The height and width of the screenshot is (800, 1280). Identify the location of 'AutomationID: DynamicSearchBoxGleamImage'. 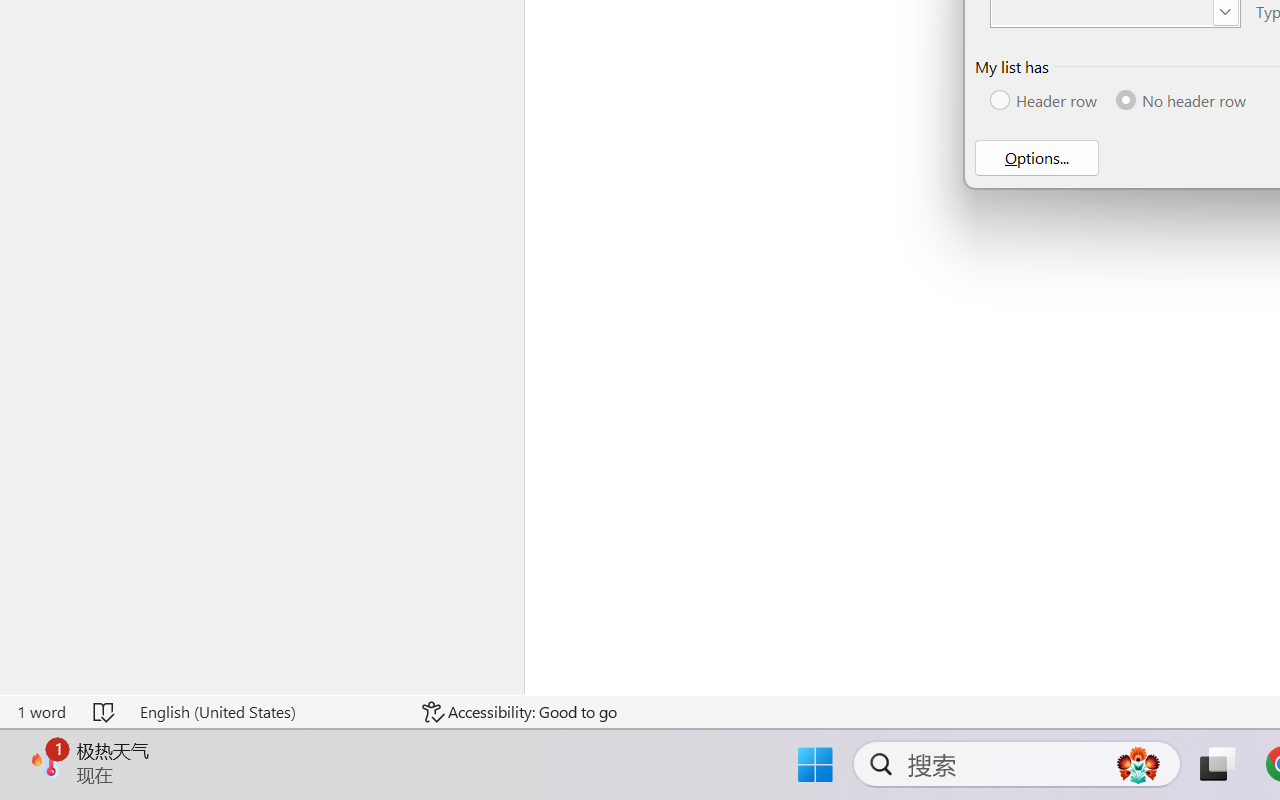
(1138, 764).